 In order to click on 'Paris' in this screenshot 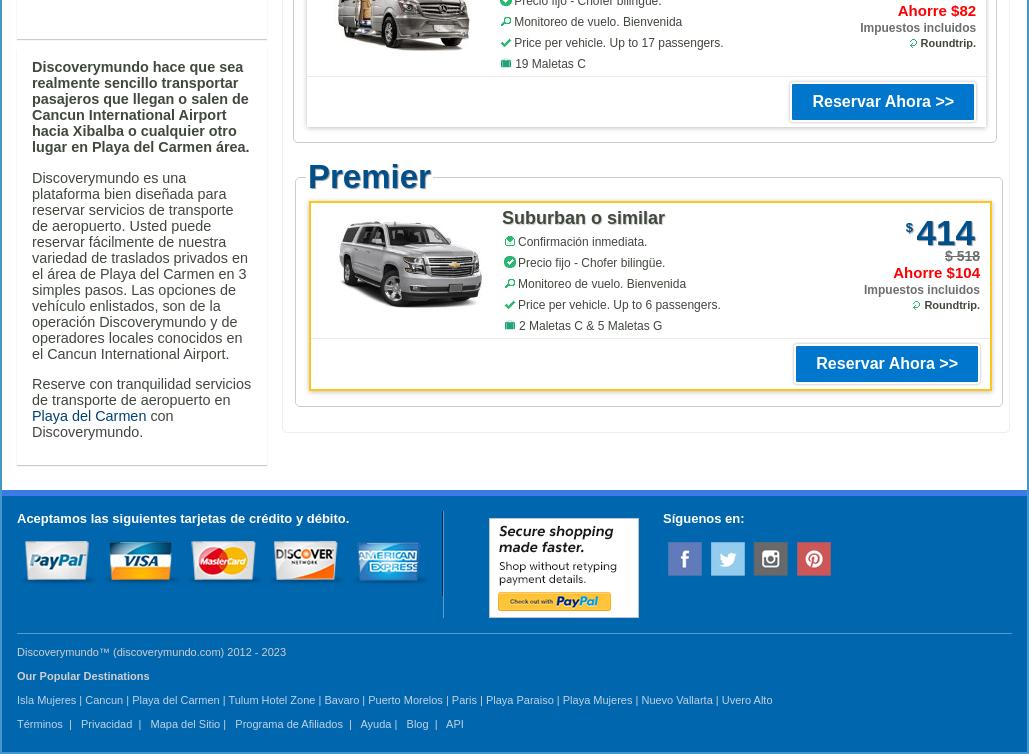, I will do `click(451, 698)`.